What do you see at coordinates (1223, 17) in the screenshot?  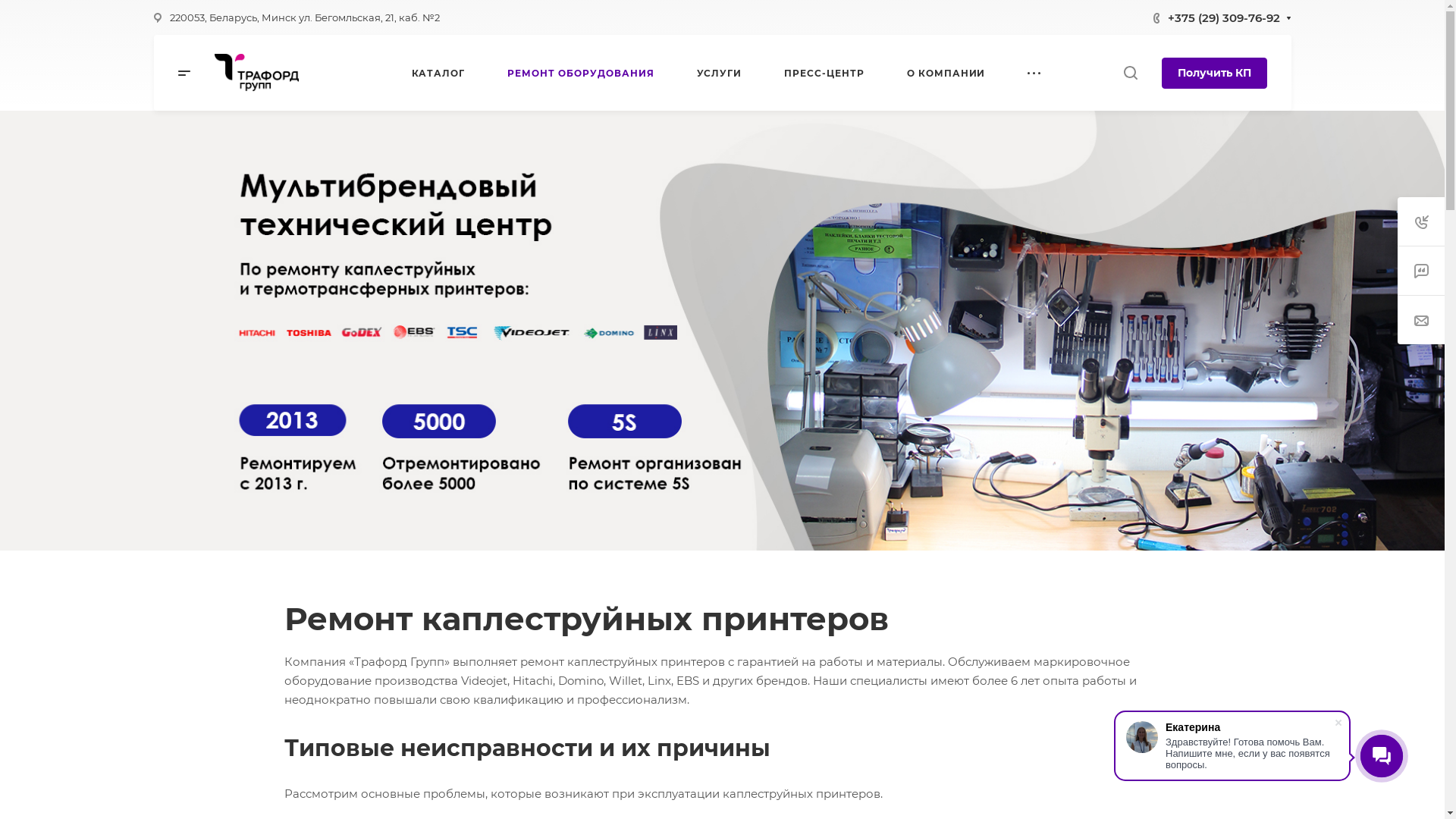 I see `'+375 (29) 309-76-92'` at bounding box center [1223, 17].